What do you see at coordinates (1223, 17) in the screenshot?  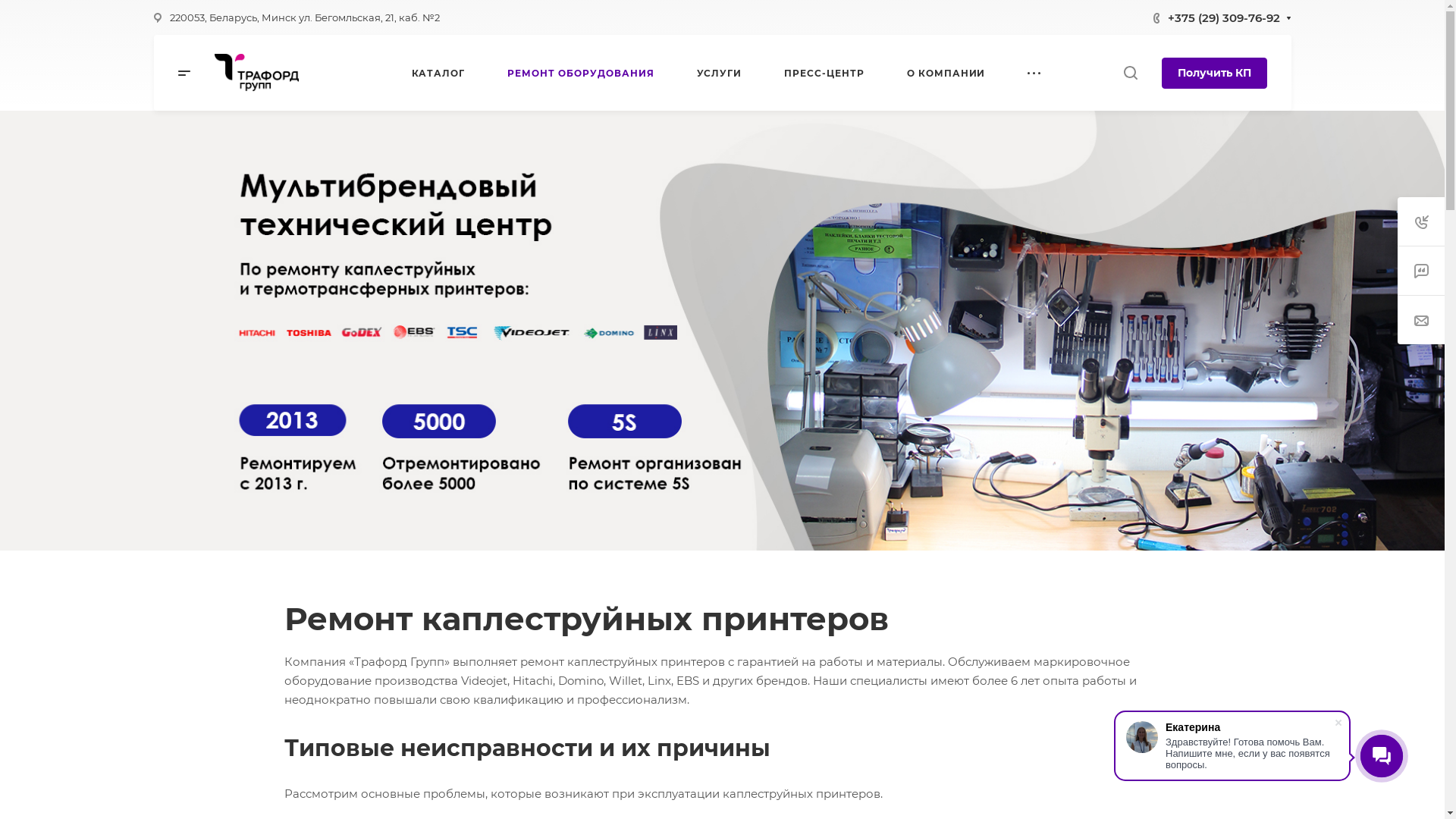 I see `'+375 (29) 309-76-92'` at bounding box center [1223, 17].